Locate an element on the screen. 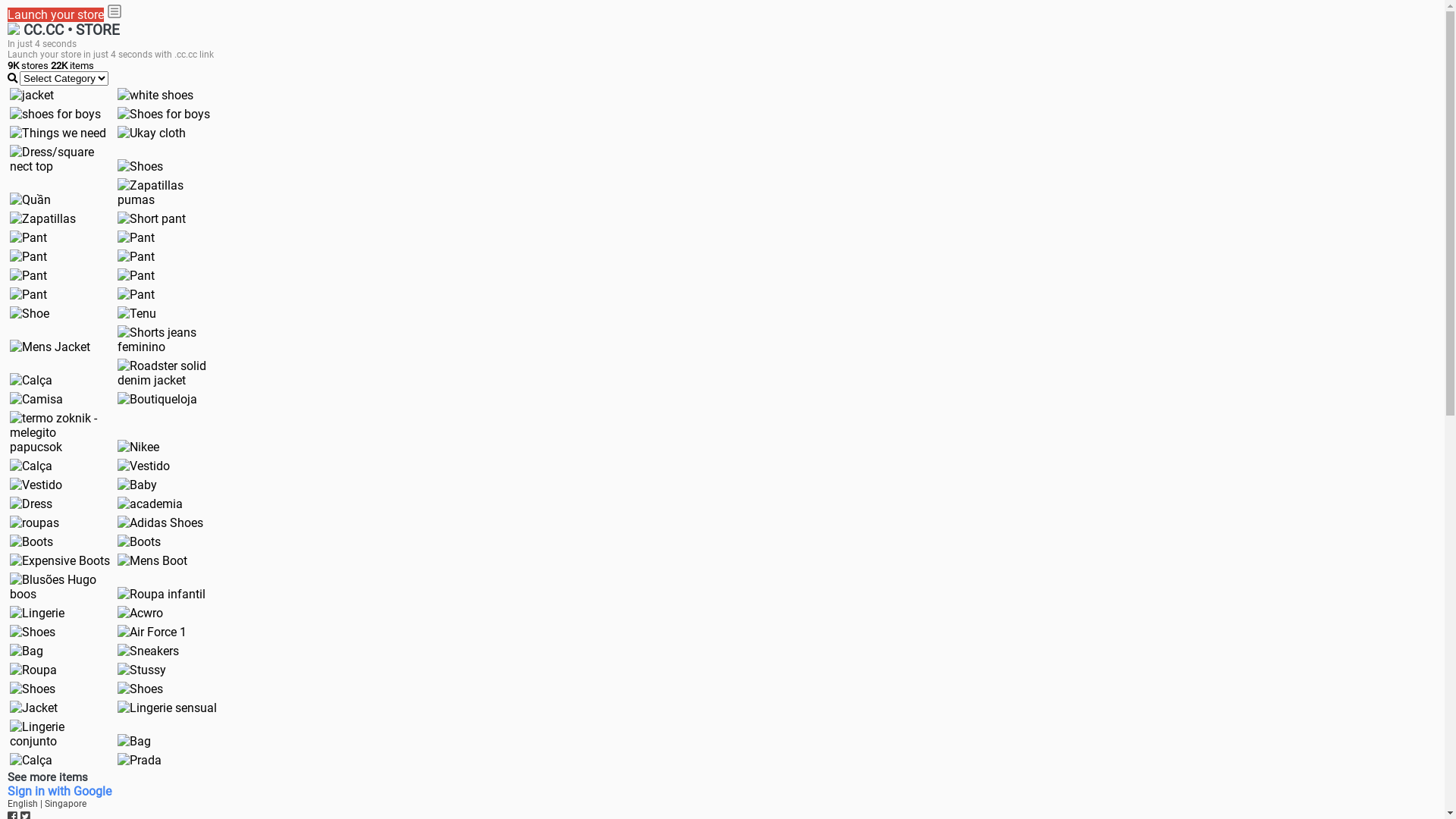  'Roupa infantil' is located at coordinates (161, 593).